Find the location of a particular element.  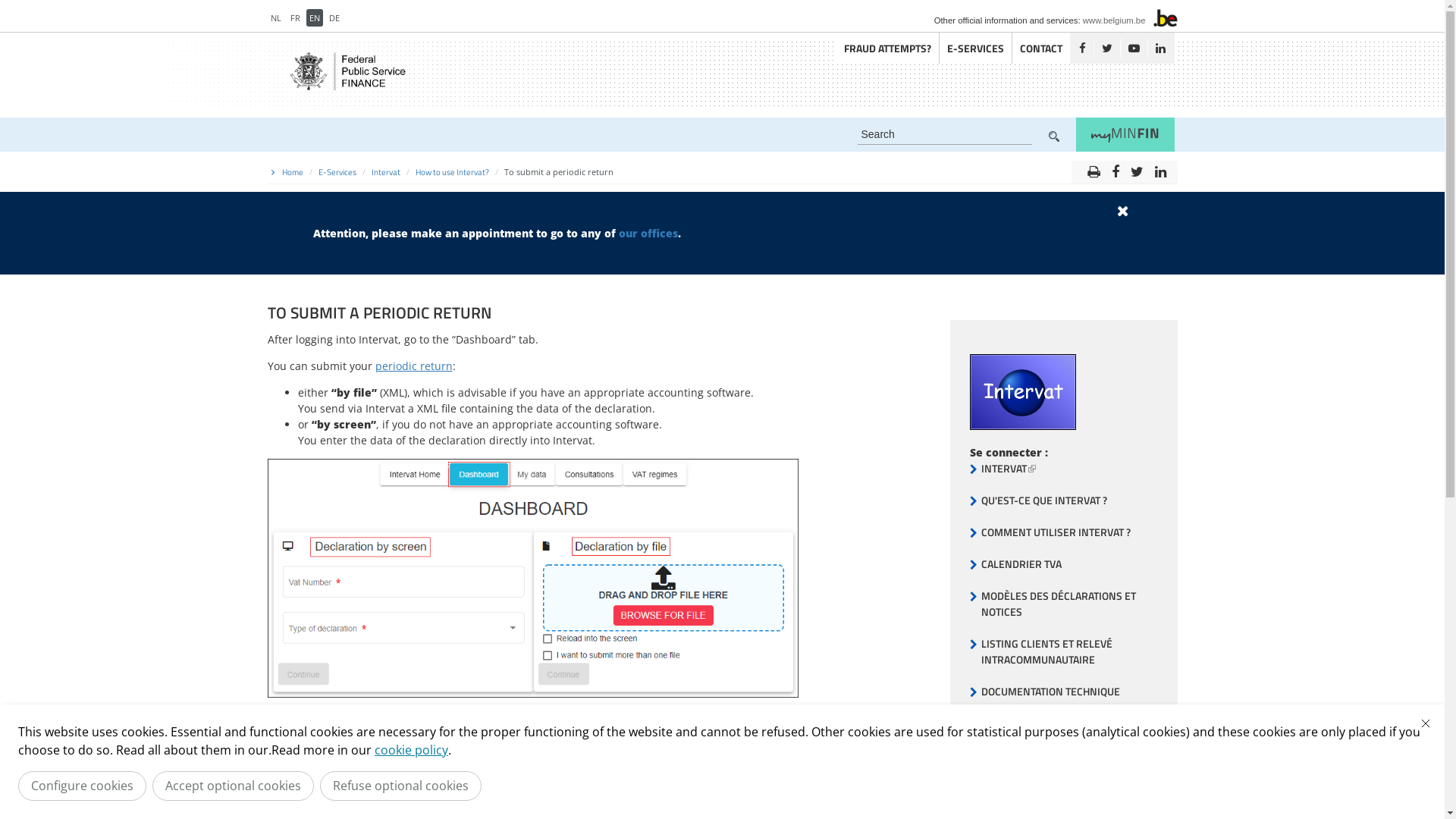

'Accept optional cookies' is located at coordinates (232, 785).